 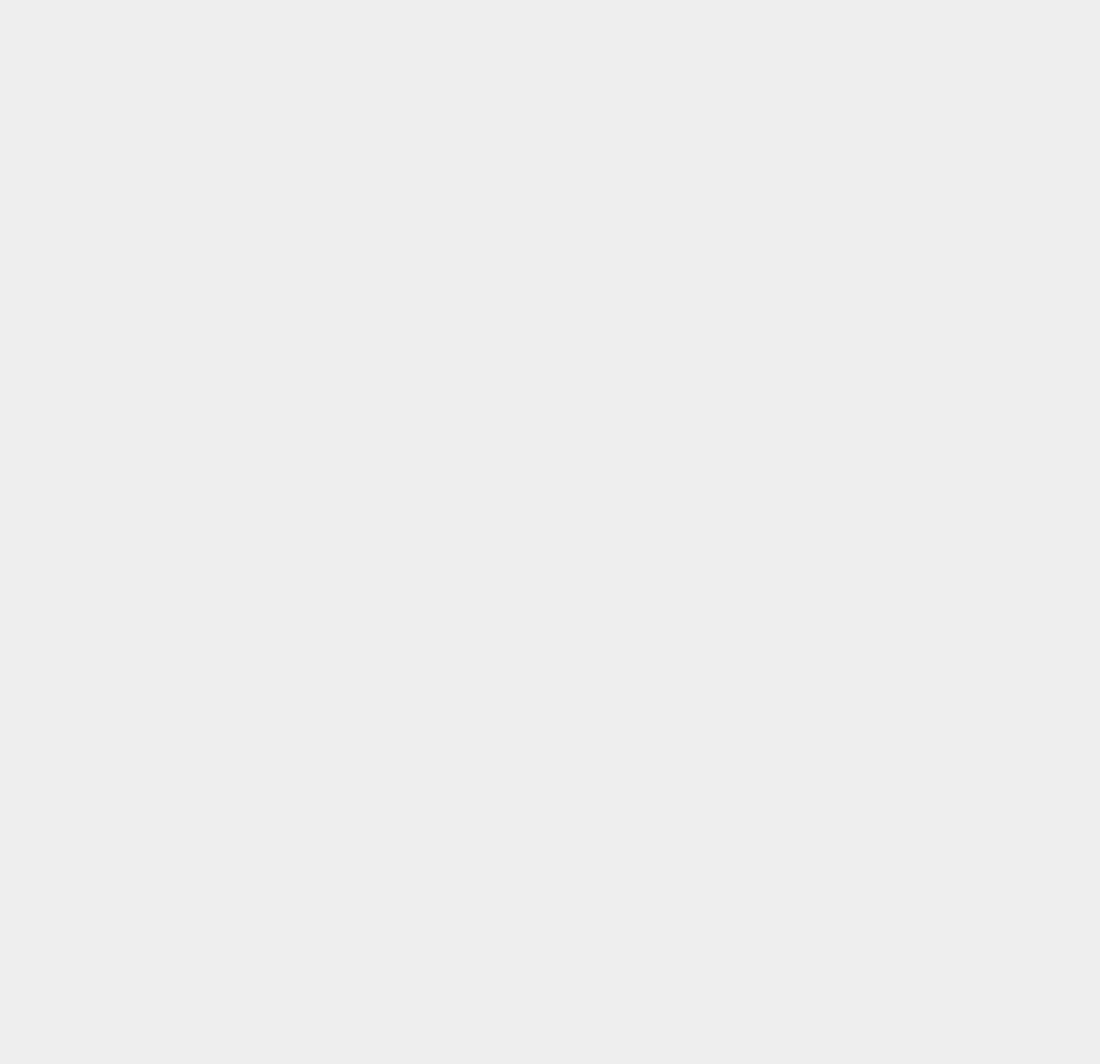 What do you see at coordinates (808, 215) in the screenshot?
I see `'Android P'` at bounding box center [808, 215].